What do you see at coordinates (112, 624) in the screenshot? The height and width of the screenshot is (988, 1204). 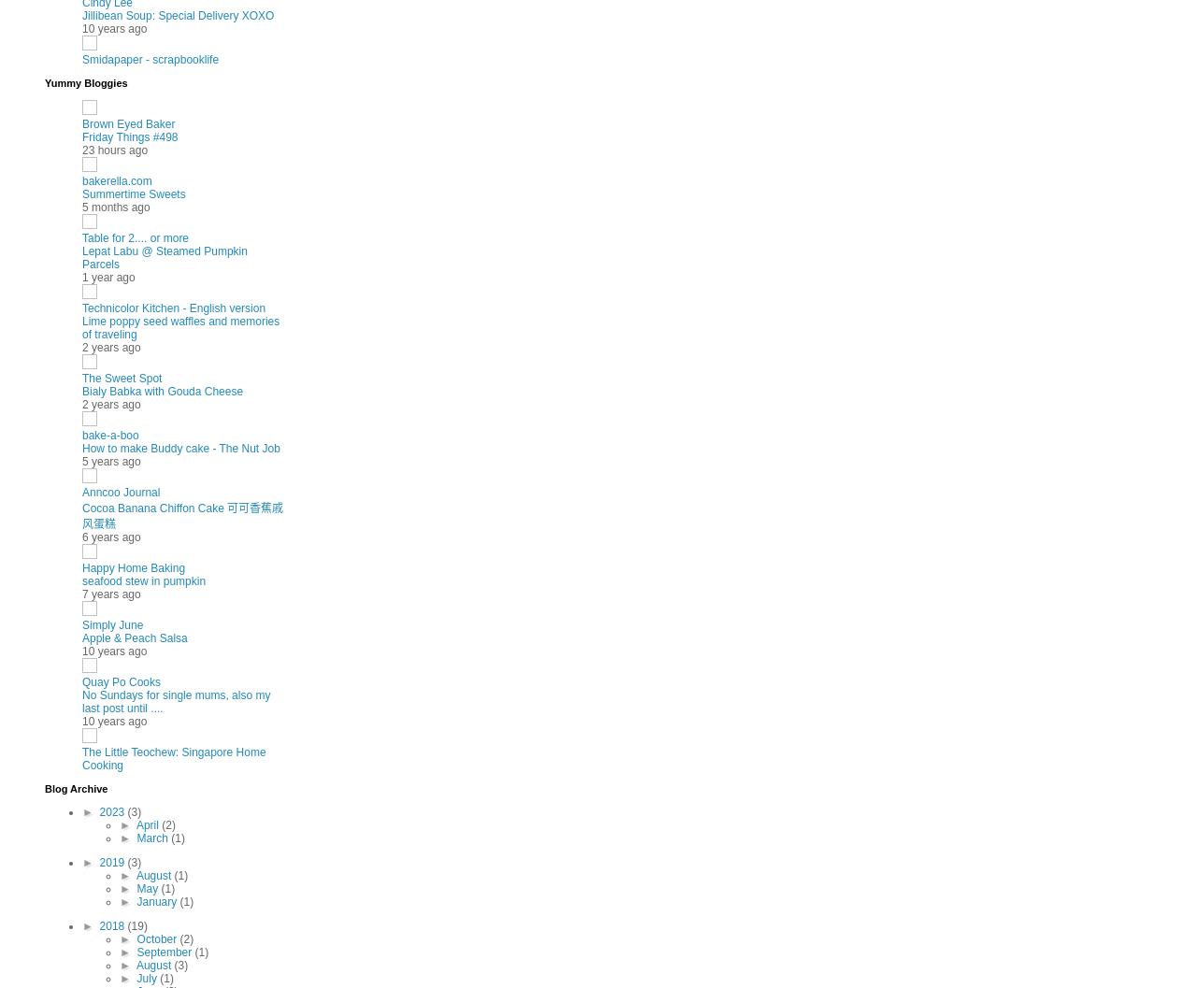 I see `'Simply June'` at bounding box center [112, 624].